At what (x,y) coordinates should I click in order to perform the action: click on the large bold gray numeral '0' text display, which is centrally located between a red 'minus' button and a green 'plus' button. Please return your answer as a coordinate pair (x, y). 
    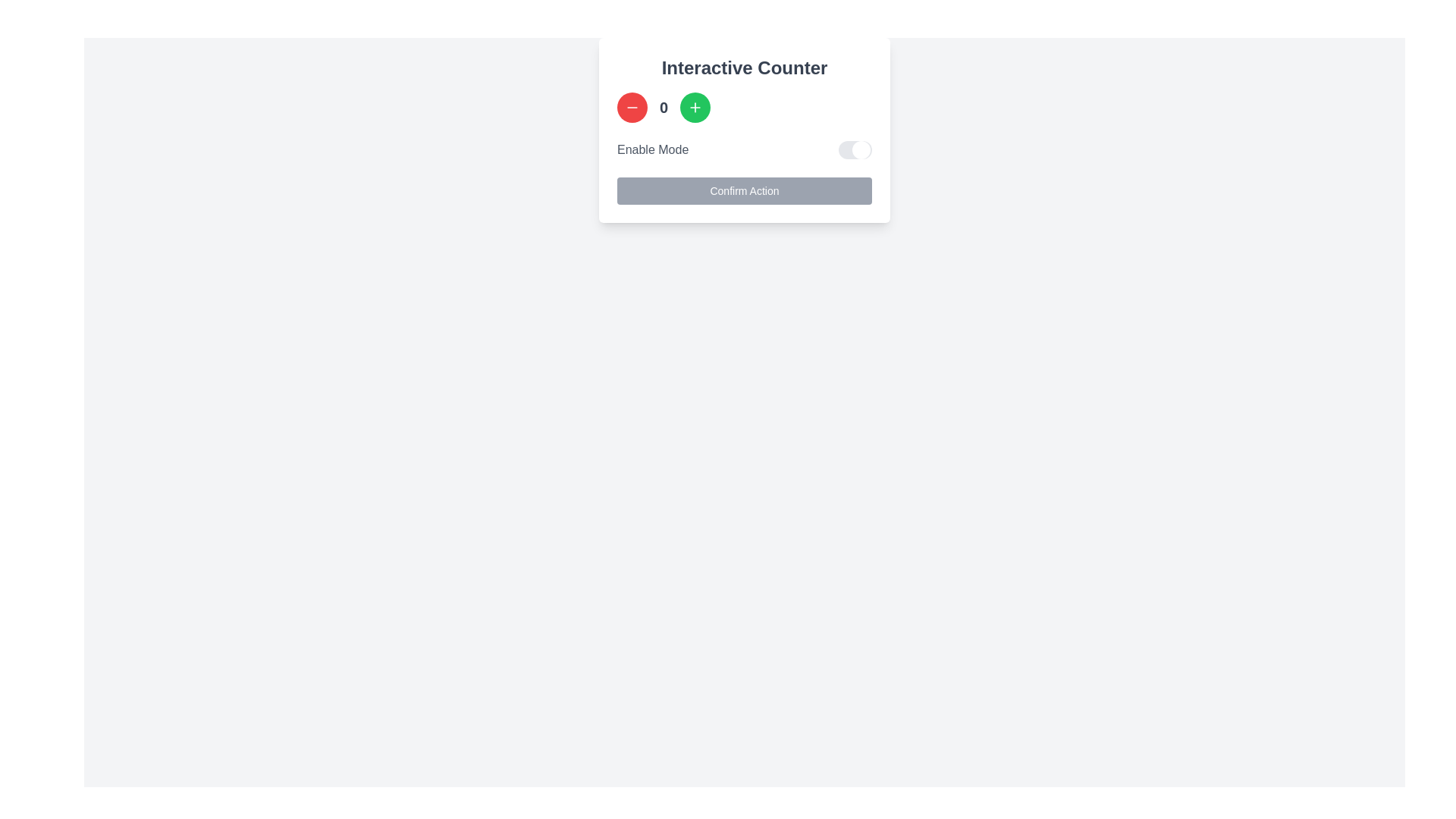
    Looking at the image, I should click on (664, 107).